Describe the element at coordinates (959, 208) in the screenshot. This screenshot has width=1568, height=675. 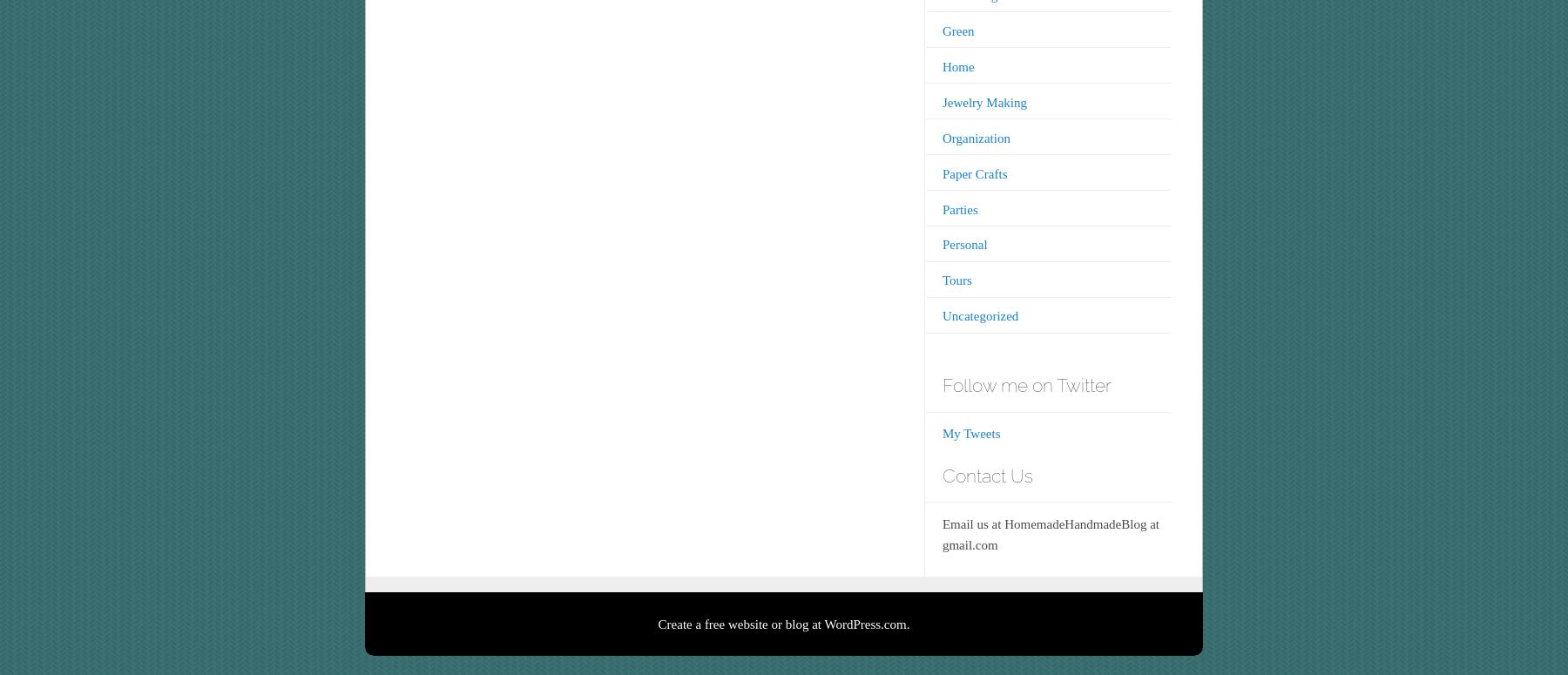
I see `'Parties'` at that location.